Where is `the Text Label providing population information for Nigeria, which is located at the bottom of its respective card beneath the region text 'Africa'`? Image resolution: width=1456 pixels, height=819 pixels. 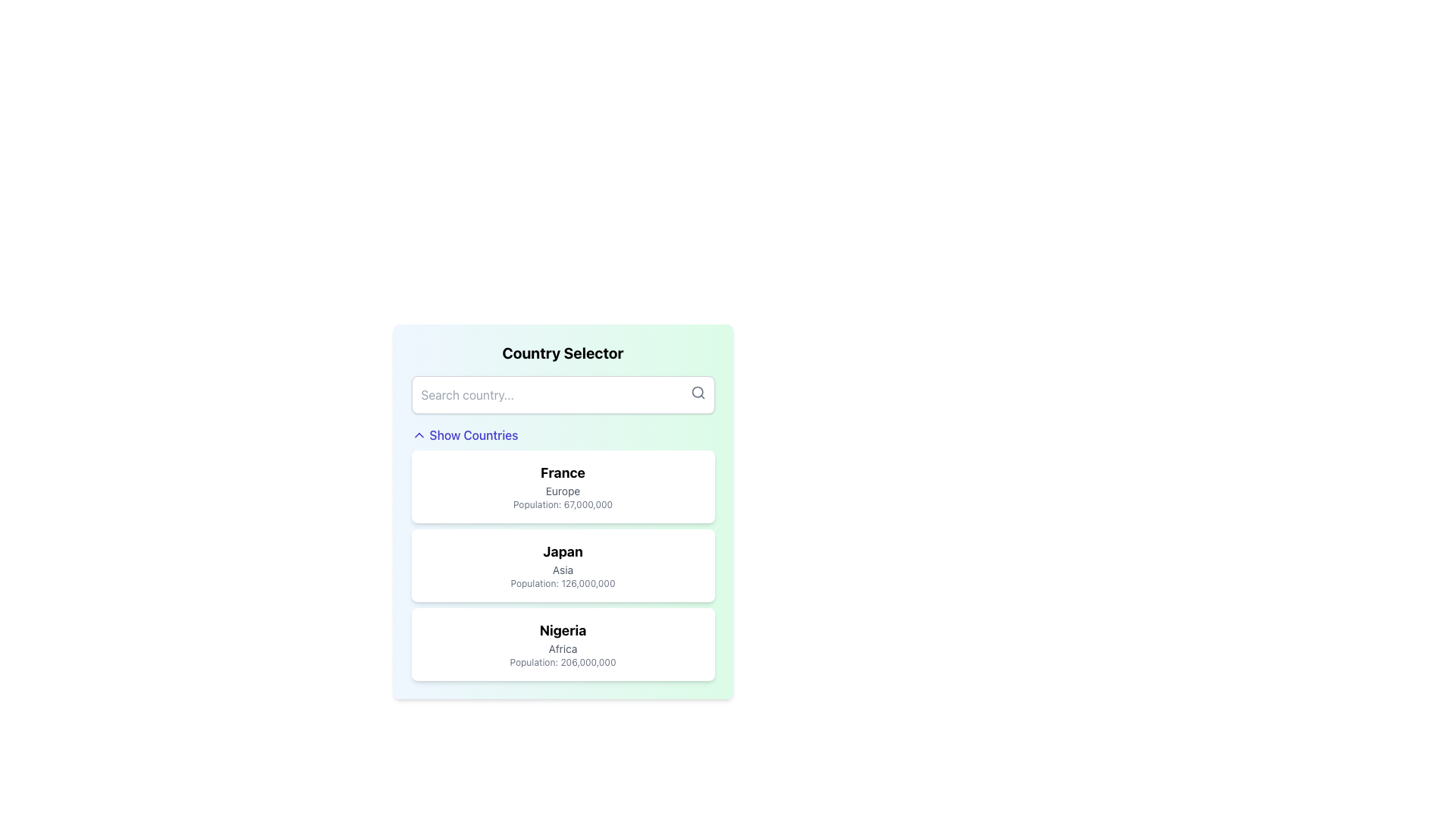 the Text Label providing population information for Nigeria, which is located at the bottom of its respective card beneath the region text 'Africa' is located at coordinates (562, 662).